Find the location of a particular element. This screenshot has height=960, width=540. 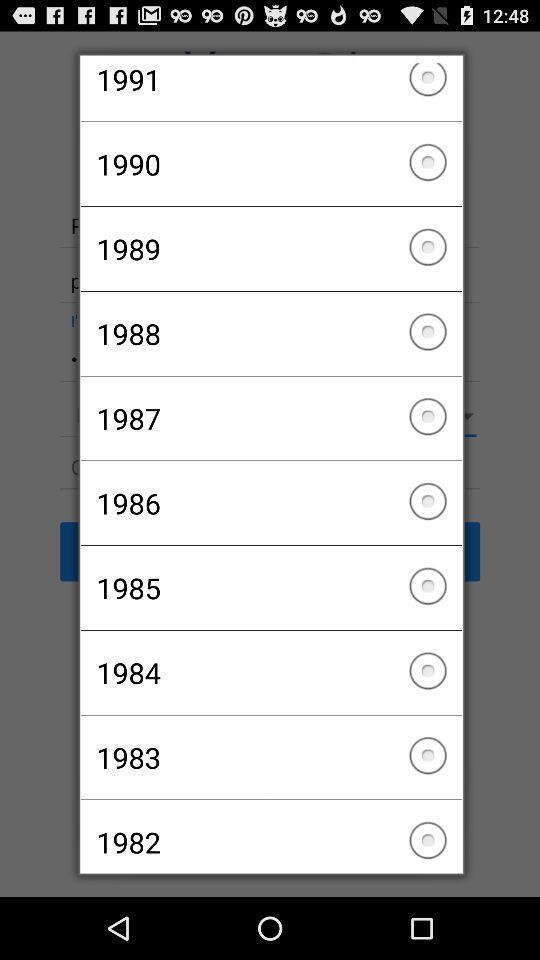

the icon above 1982 item is located at coordinates (270, 756).